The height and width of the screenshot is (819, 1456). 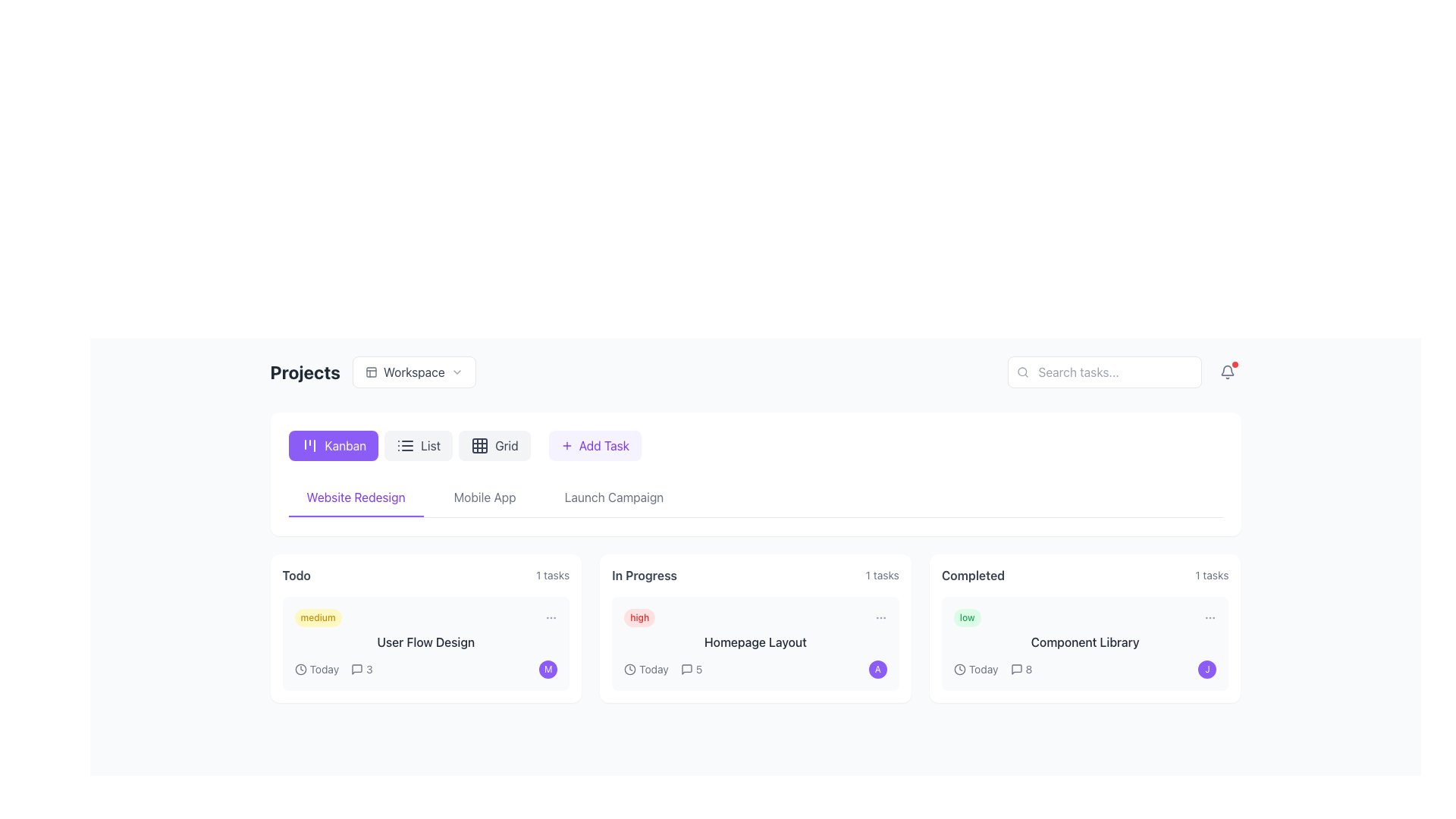 I want to click on the text label displaying '1 tasks' in small gray font located at the top-right corner of the 'Completed' section of the interface, so click(x=1211, y=576).